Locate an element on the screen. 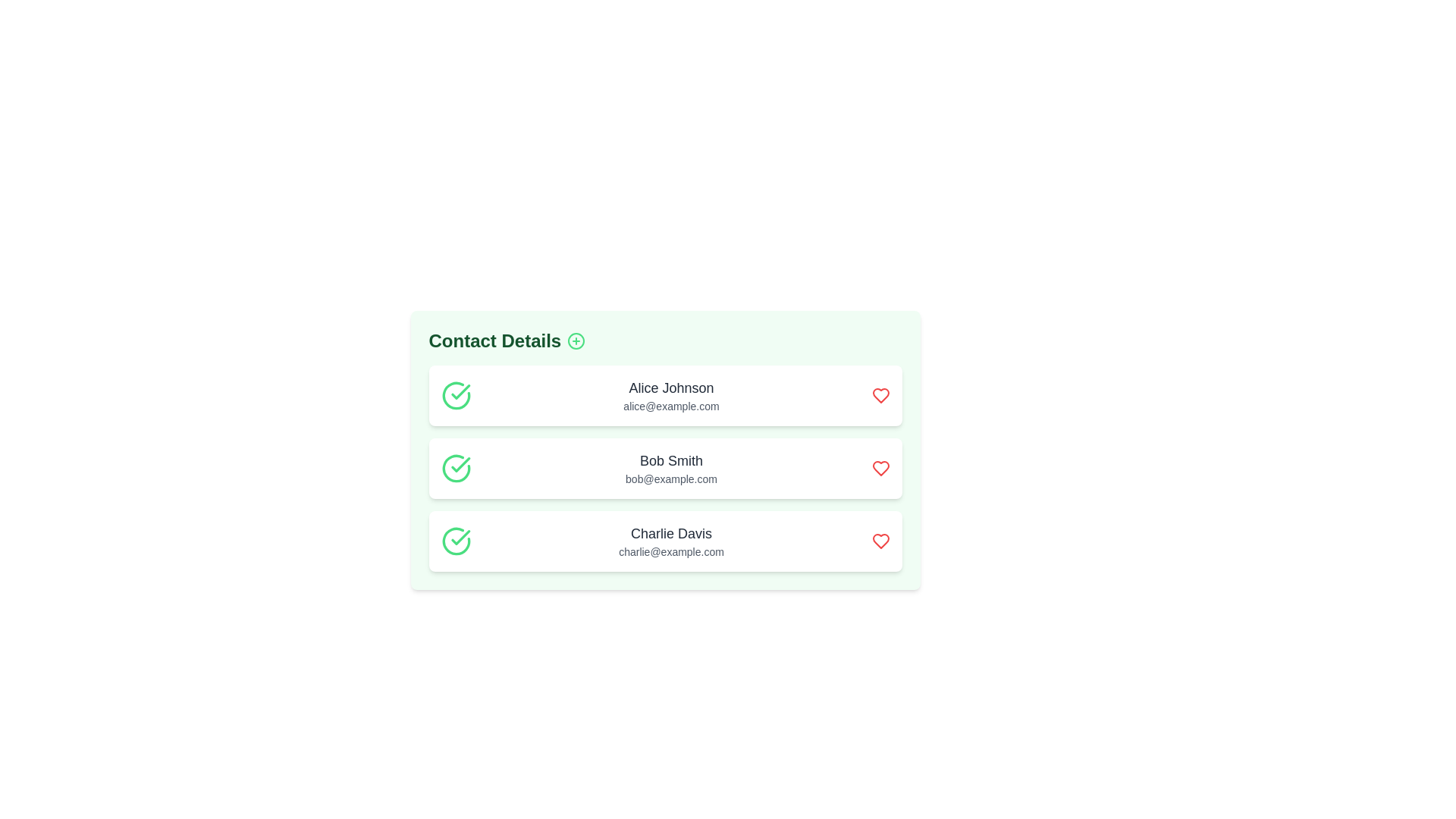 This screenshot has width=1456, height=819. heart icon to favorite the contact Bob Smith is located at coordinates (880, 467).